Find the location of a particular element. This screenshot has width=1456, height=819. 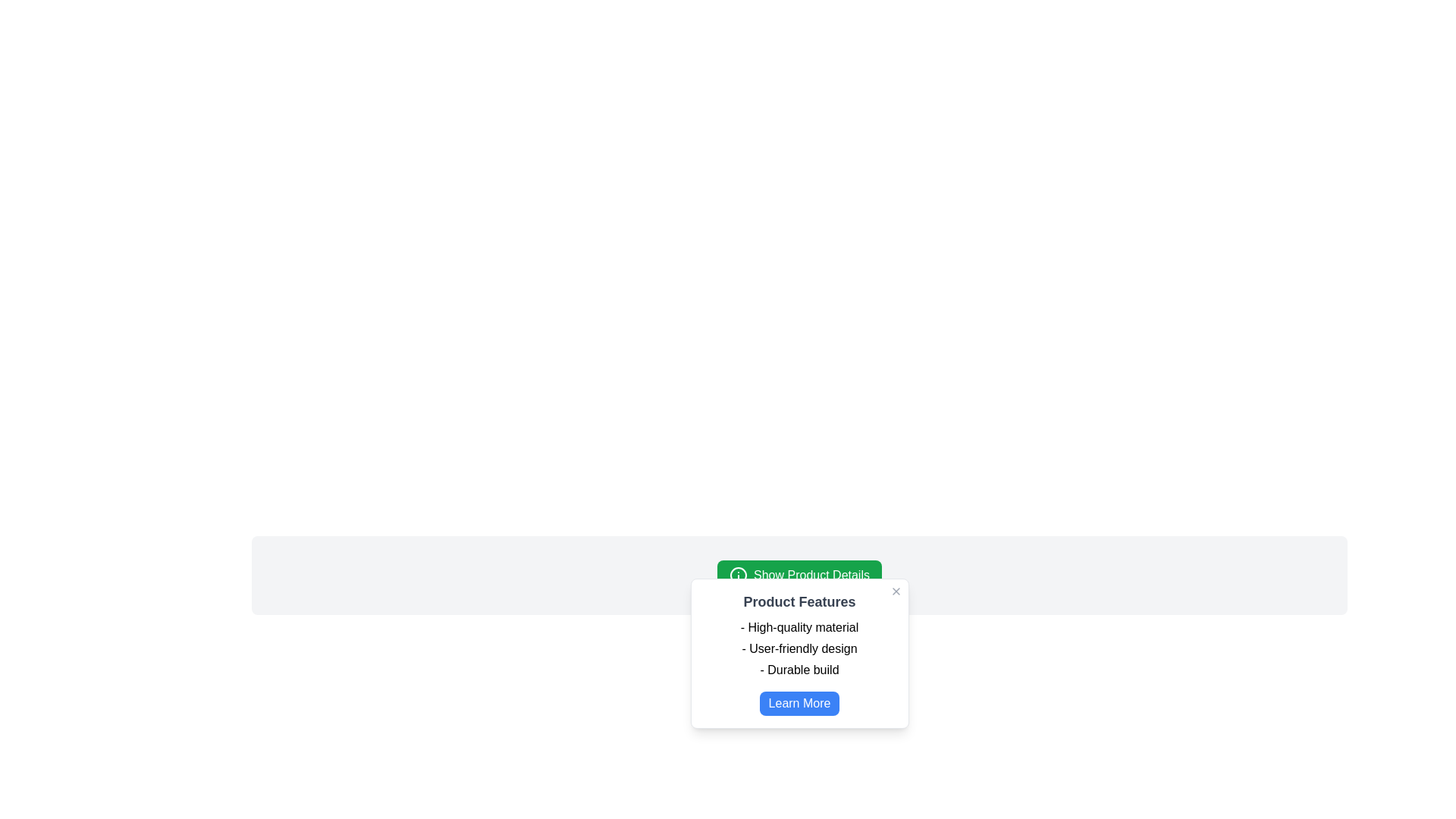

the text label that describes a product's user-friendly design, located as the second item in a list of three bullet points inside a white popup window under 'Product Features' is located at coordinates (799, 648).